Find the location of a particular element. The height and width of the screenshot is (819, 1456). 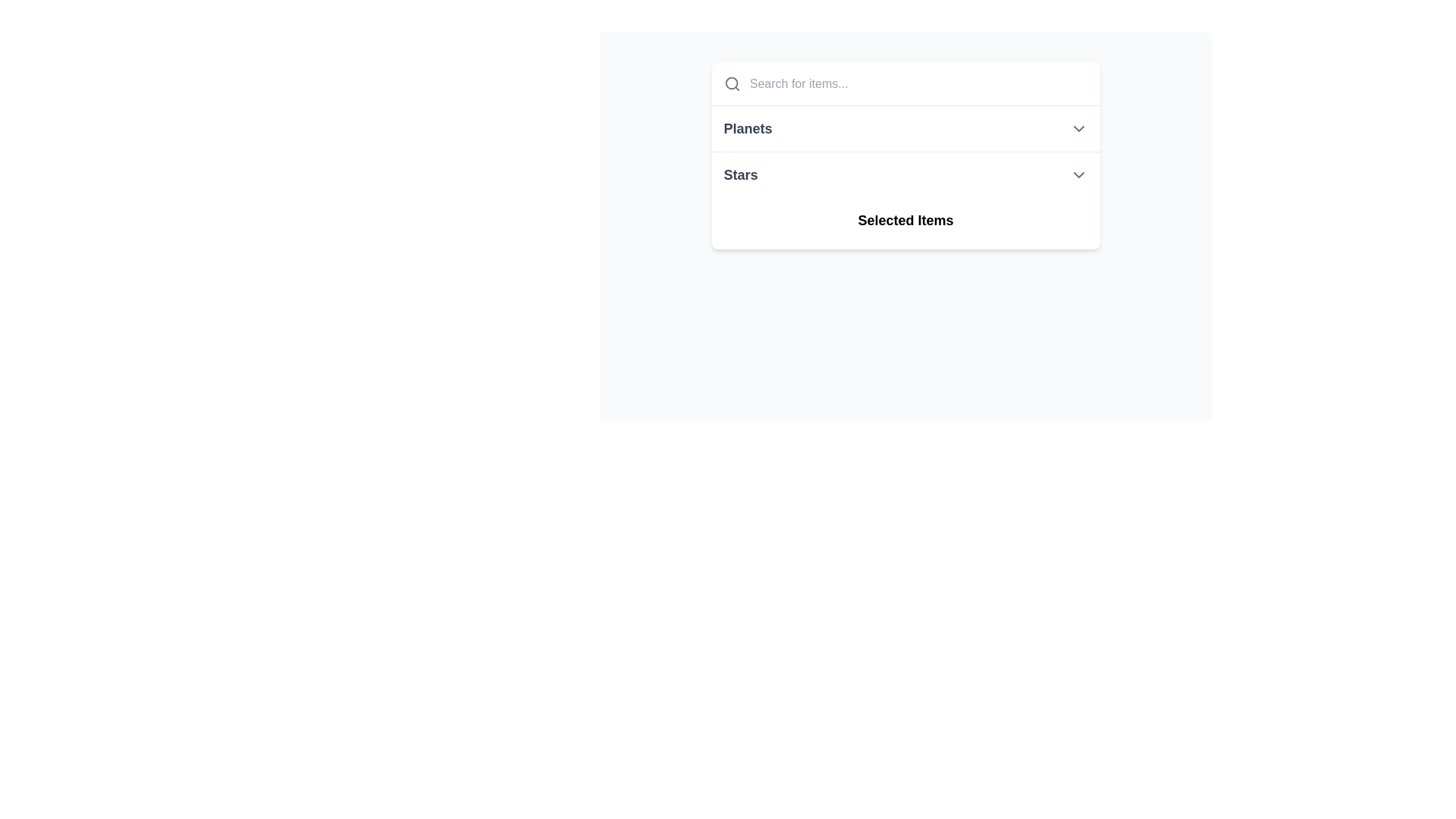

the second item is located at coordinates (905, 174).